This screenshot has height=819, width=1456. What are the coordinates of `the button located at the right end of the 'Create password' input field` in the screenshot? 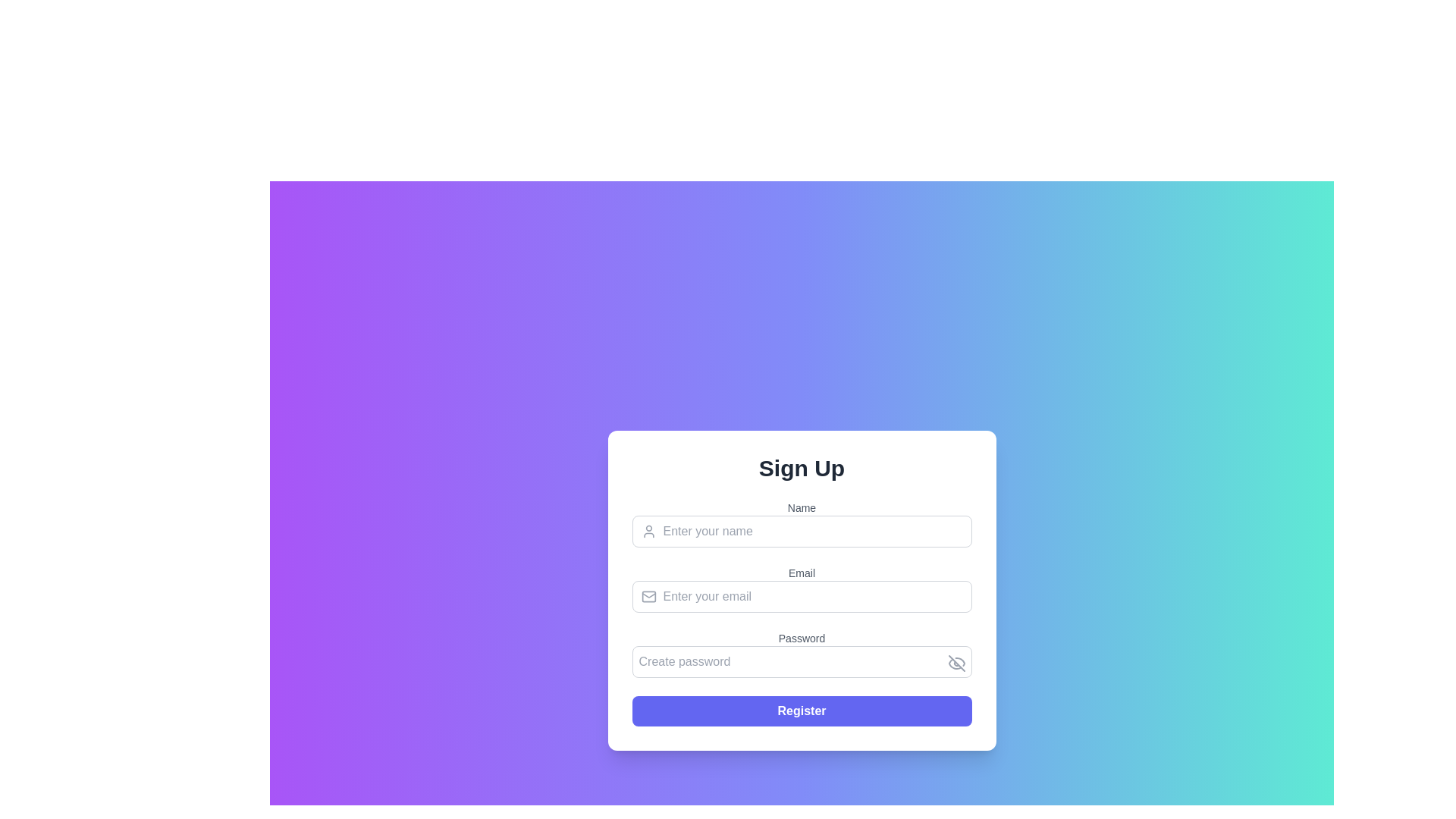 It's located at (954, 661).